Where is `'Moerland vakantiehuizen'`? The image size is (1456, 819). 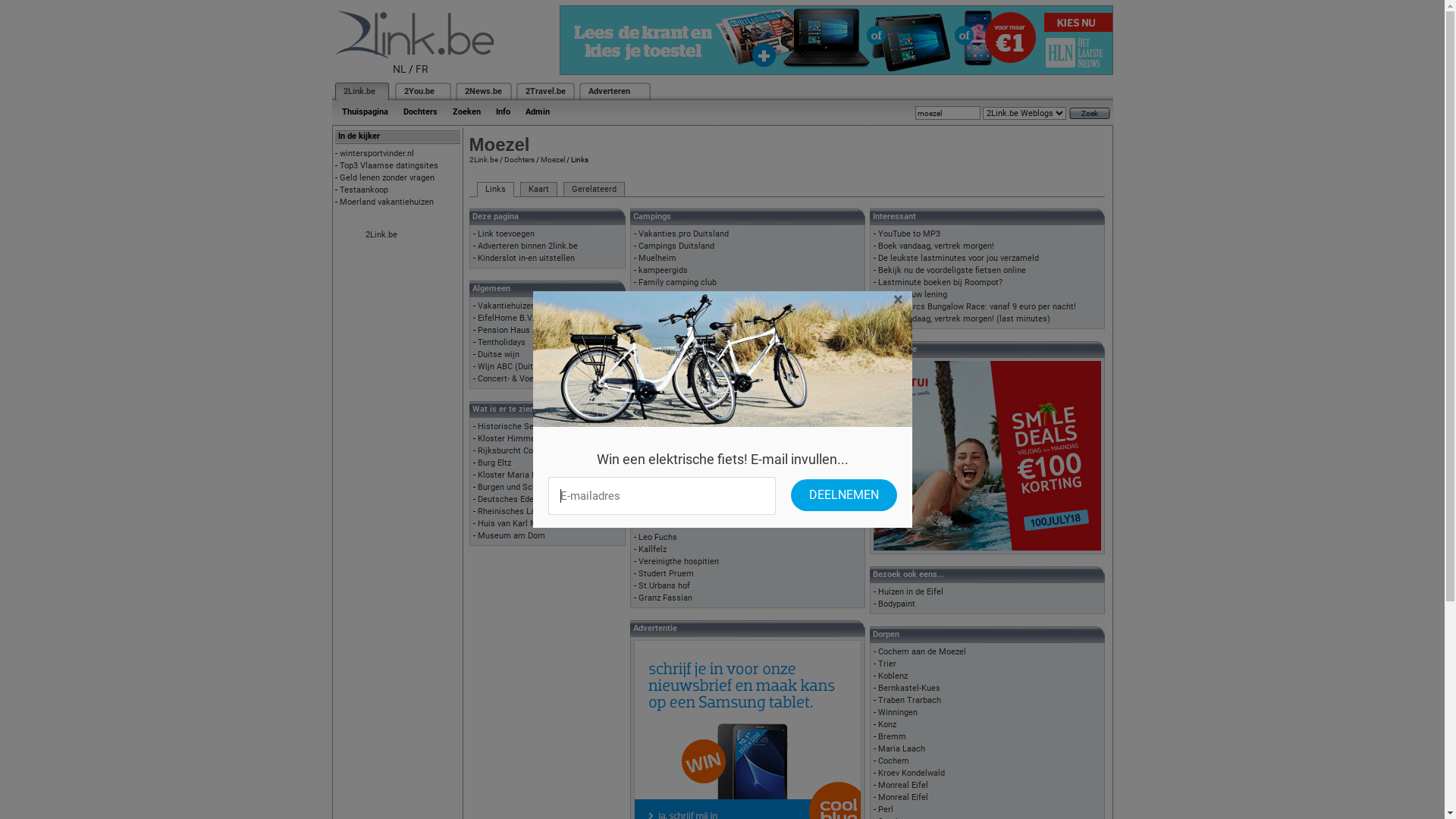 'Moerland vakantiehuizen' is located at coordinates (386, 201).